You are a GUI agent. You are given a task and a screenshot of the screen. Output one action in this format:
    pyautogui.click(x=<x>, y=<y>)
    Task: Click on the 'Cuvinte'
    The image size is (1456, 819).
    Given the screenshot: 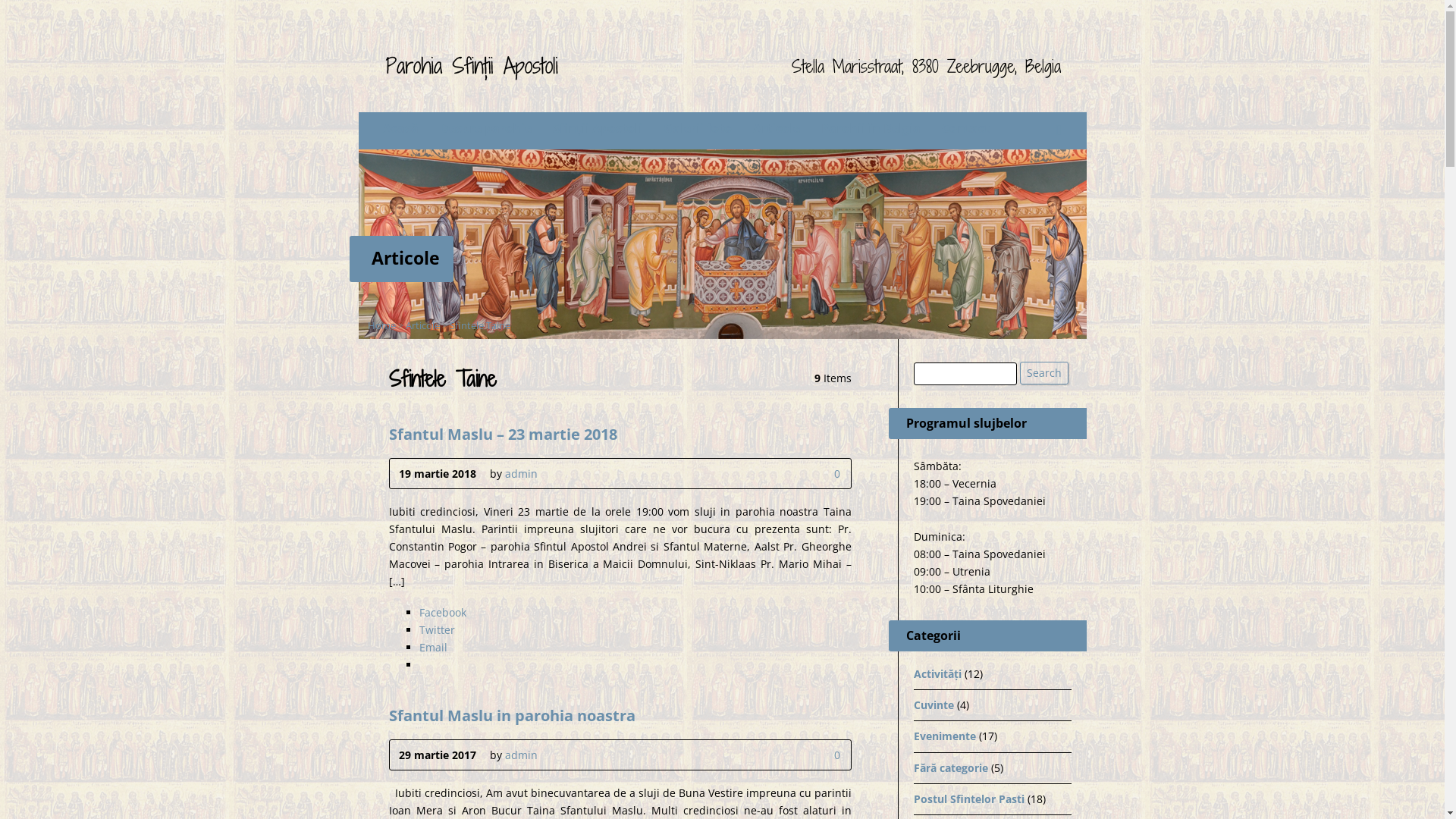 What is the action you would take?
    pyautogui.click(x=932, y=704)
    